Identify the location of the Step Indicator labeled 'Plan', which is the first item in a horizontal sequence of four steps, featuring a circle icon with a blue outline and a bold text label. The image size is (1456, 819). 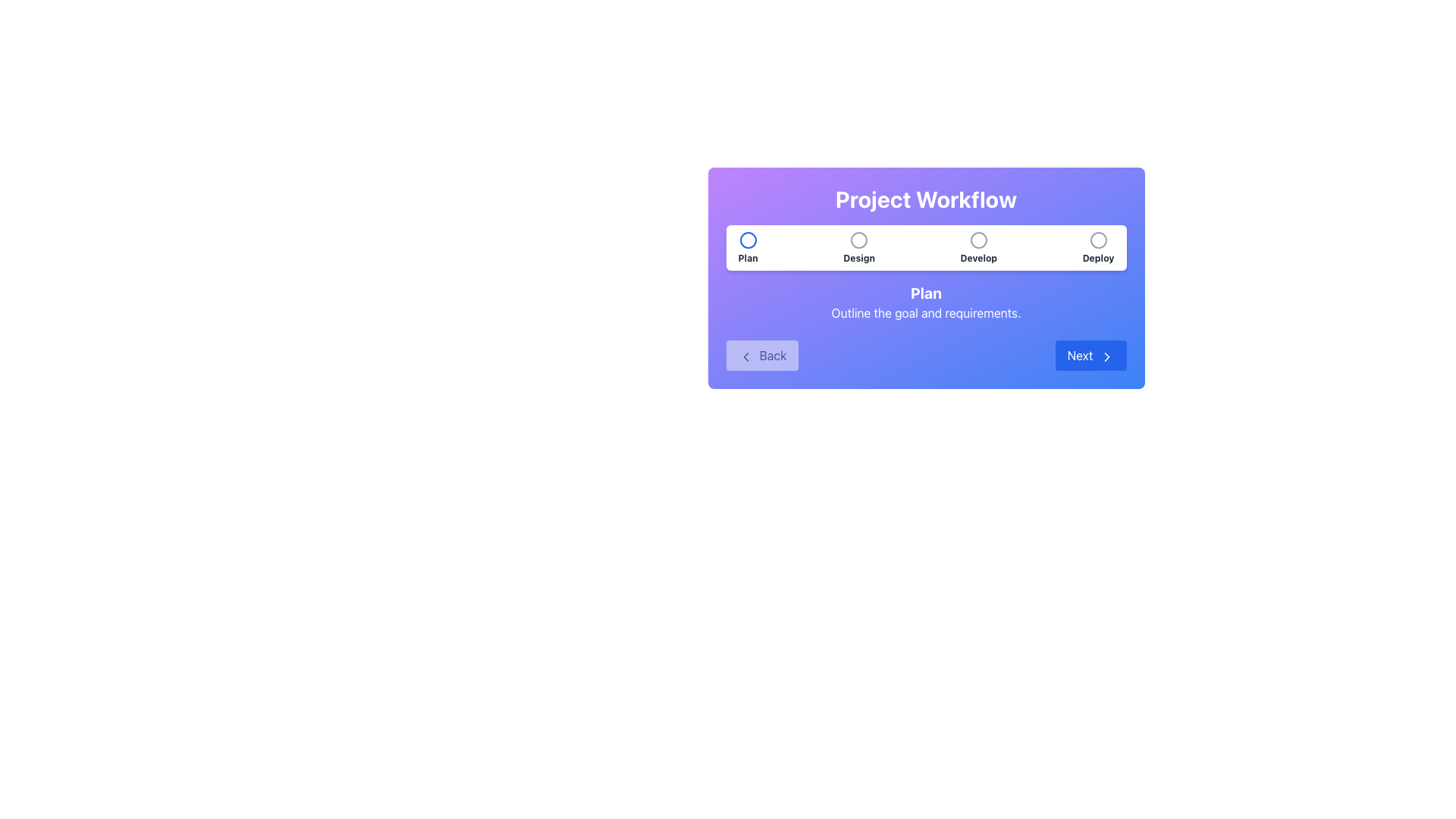
(748, 247).